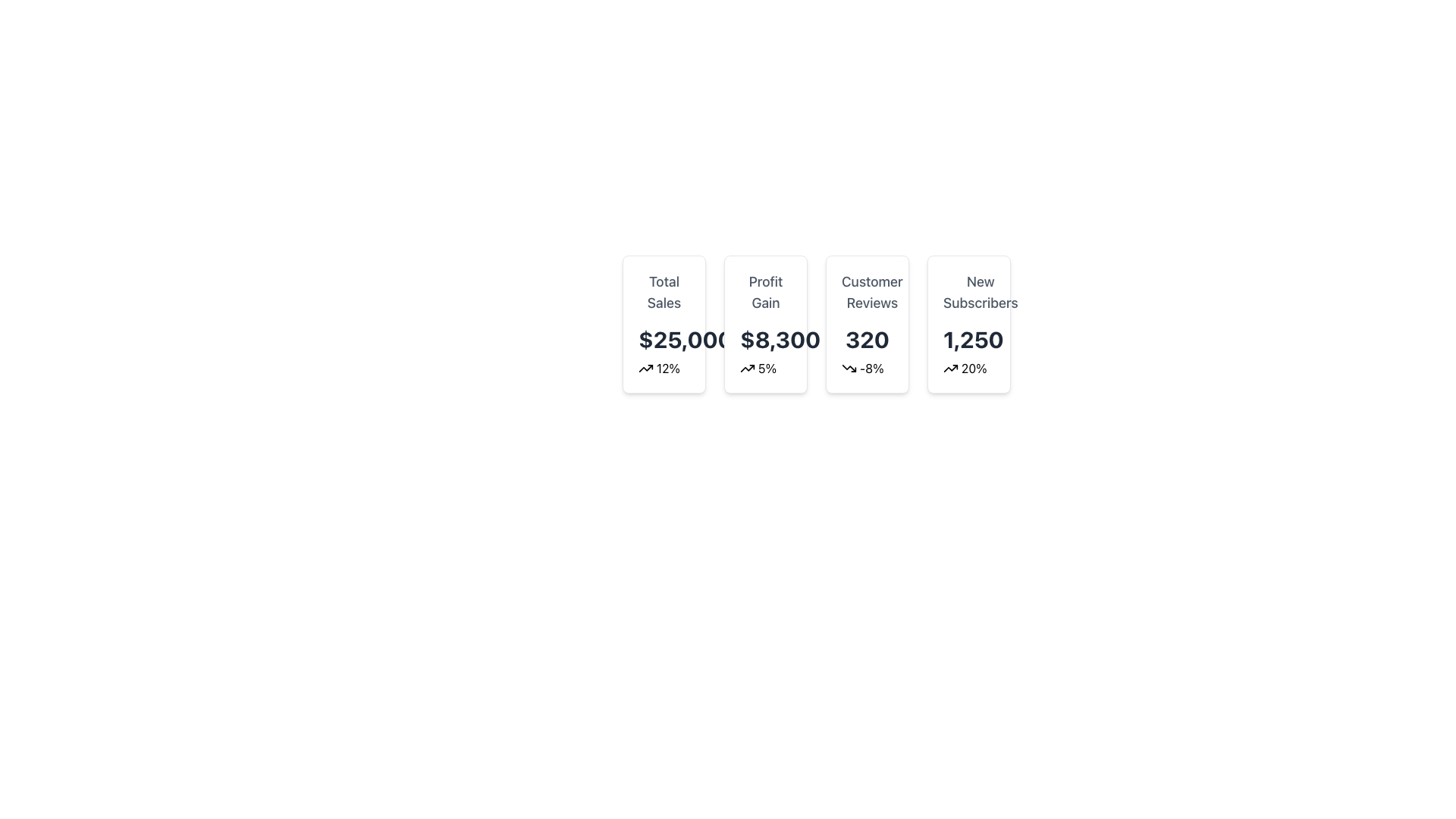 The image size is (1456, 819). What do you see at coordinates (645, 369) in the screenshot?
I see `the upward trend icon located beneath the '$25,000' total sales figure in the leftmost summary card, which also displays a '12%' percentage change` at bounding box center [645, 369].